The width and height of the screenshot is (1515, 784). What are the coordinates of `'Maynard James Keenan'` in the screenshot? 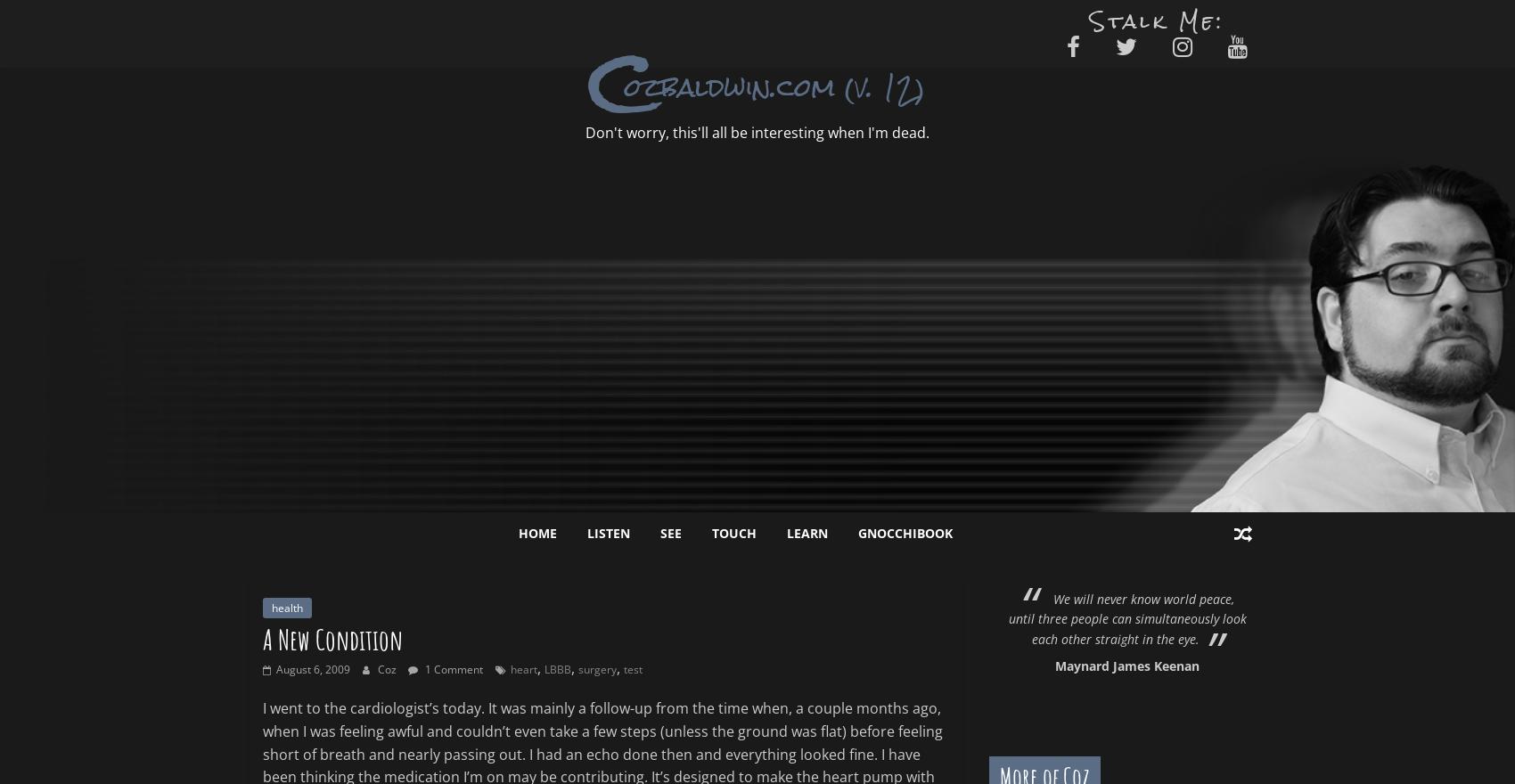 It's located at (1126, 665).